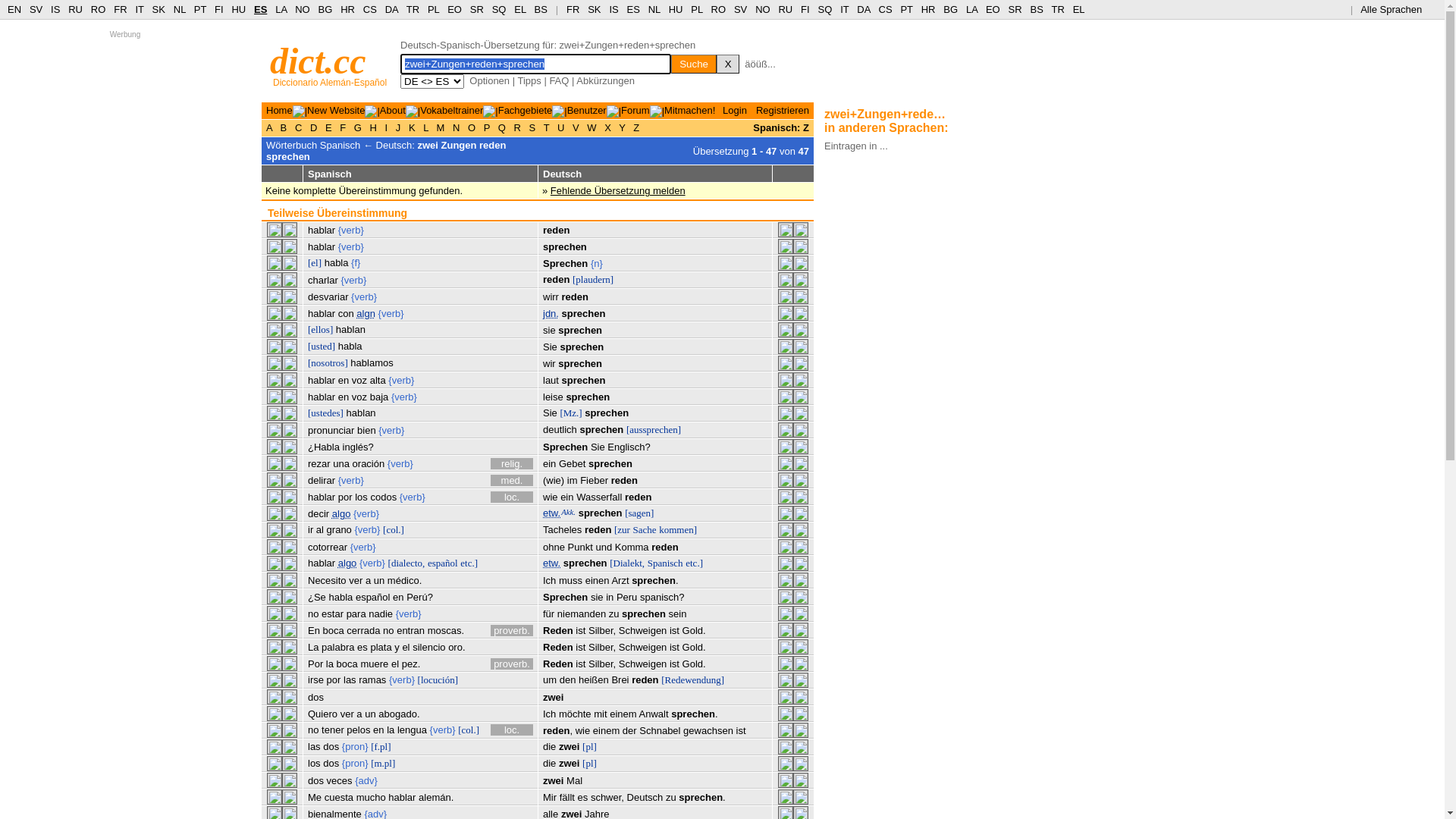 The width and height of the screenshot is (1456, 819). Describe the element at coordinates (307, 280) in the screenshot. I see `'charlar'` at that location.